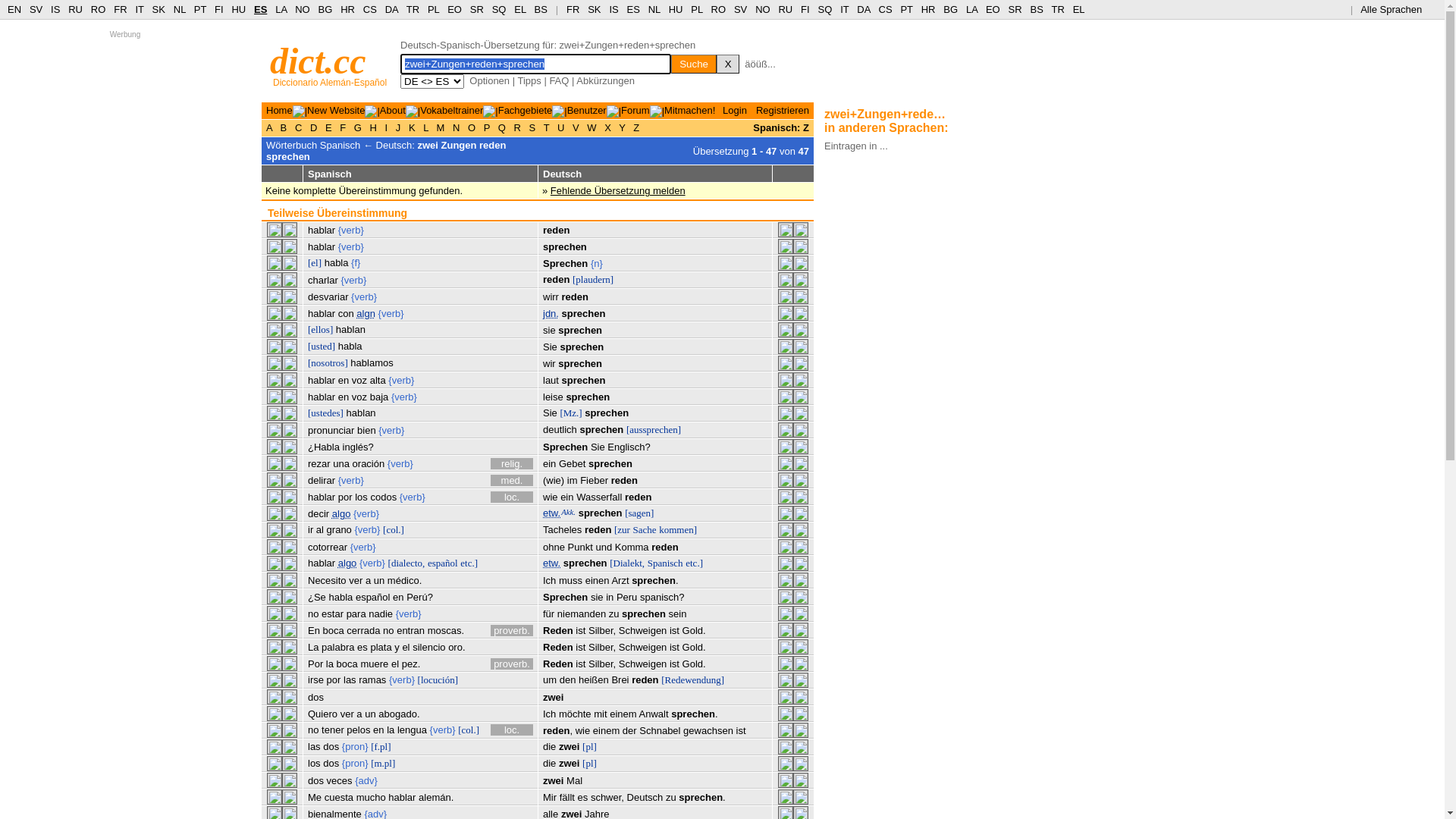 The width and height of the screenshot is (1456, 819). Describe the element at coordinates (307, 280) in the screenshot. I see `'charlar'` at that location.